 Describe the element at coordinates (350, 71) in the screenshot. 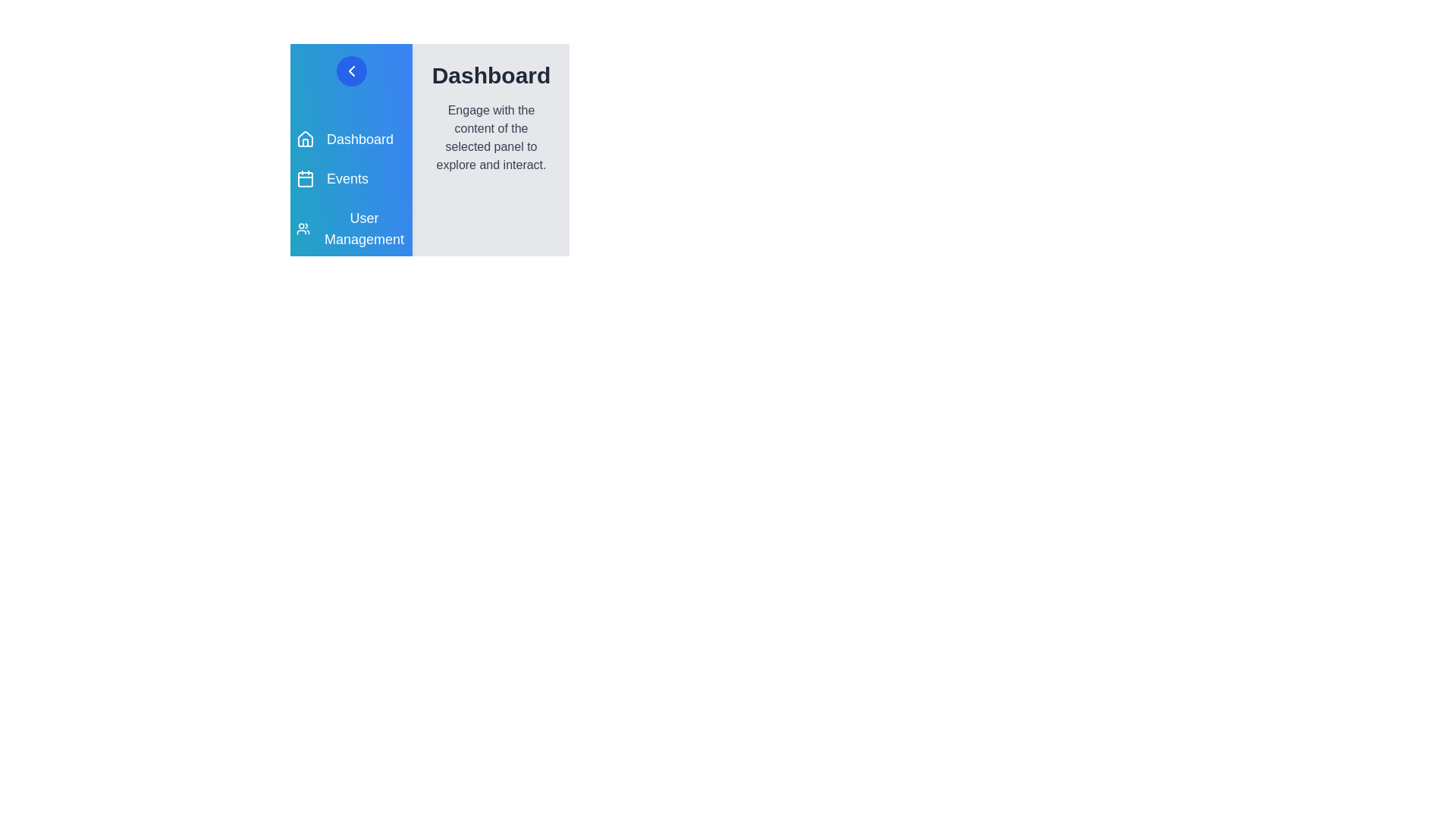

I see `toggle button to toggle the drawer's open/close state` at that location.